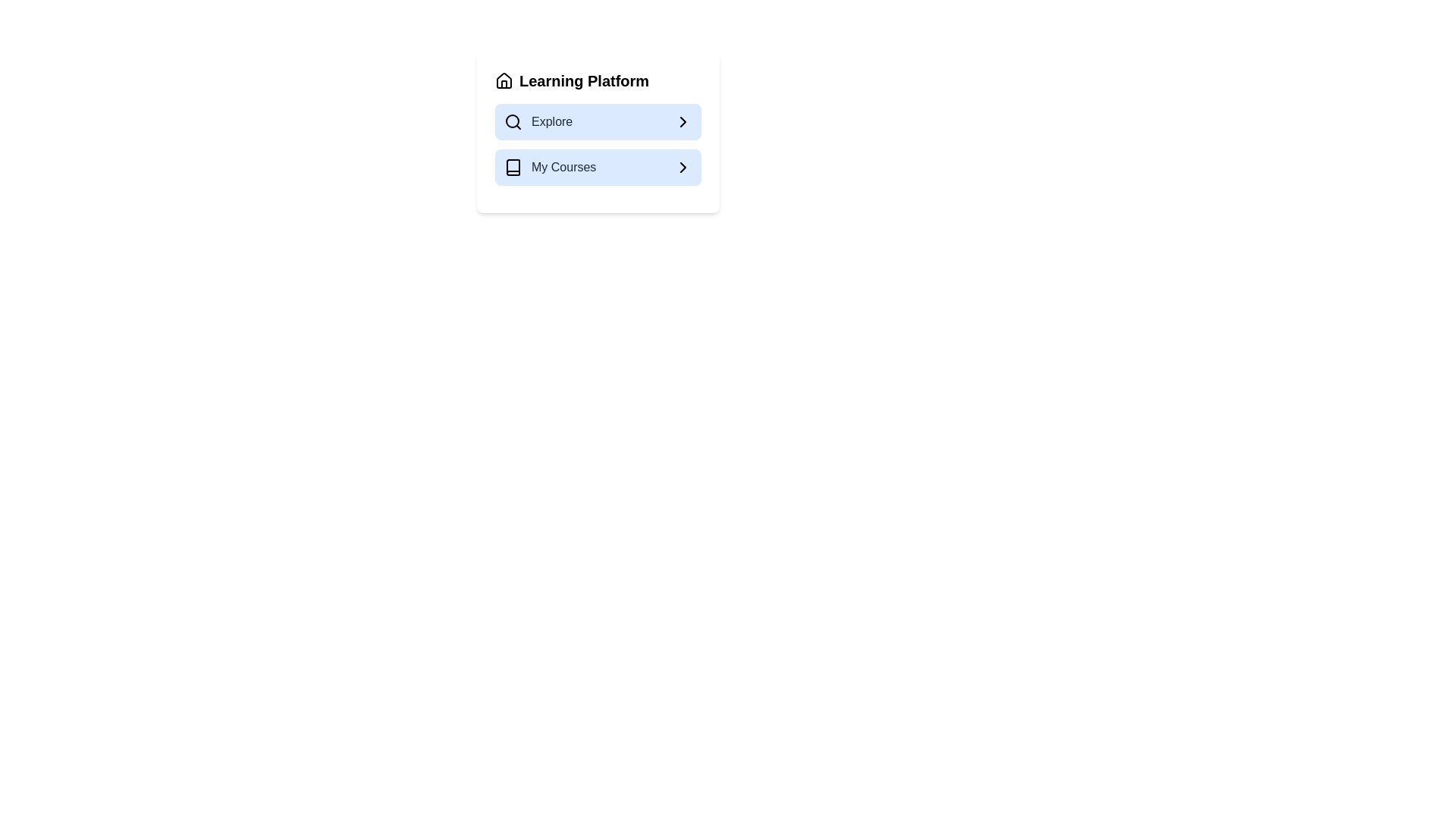  I want to click on the 'My Courses' text and accompanying book icon to trigger a visual response, so click(549, 167).